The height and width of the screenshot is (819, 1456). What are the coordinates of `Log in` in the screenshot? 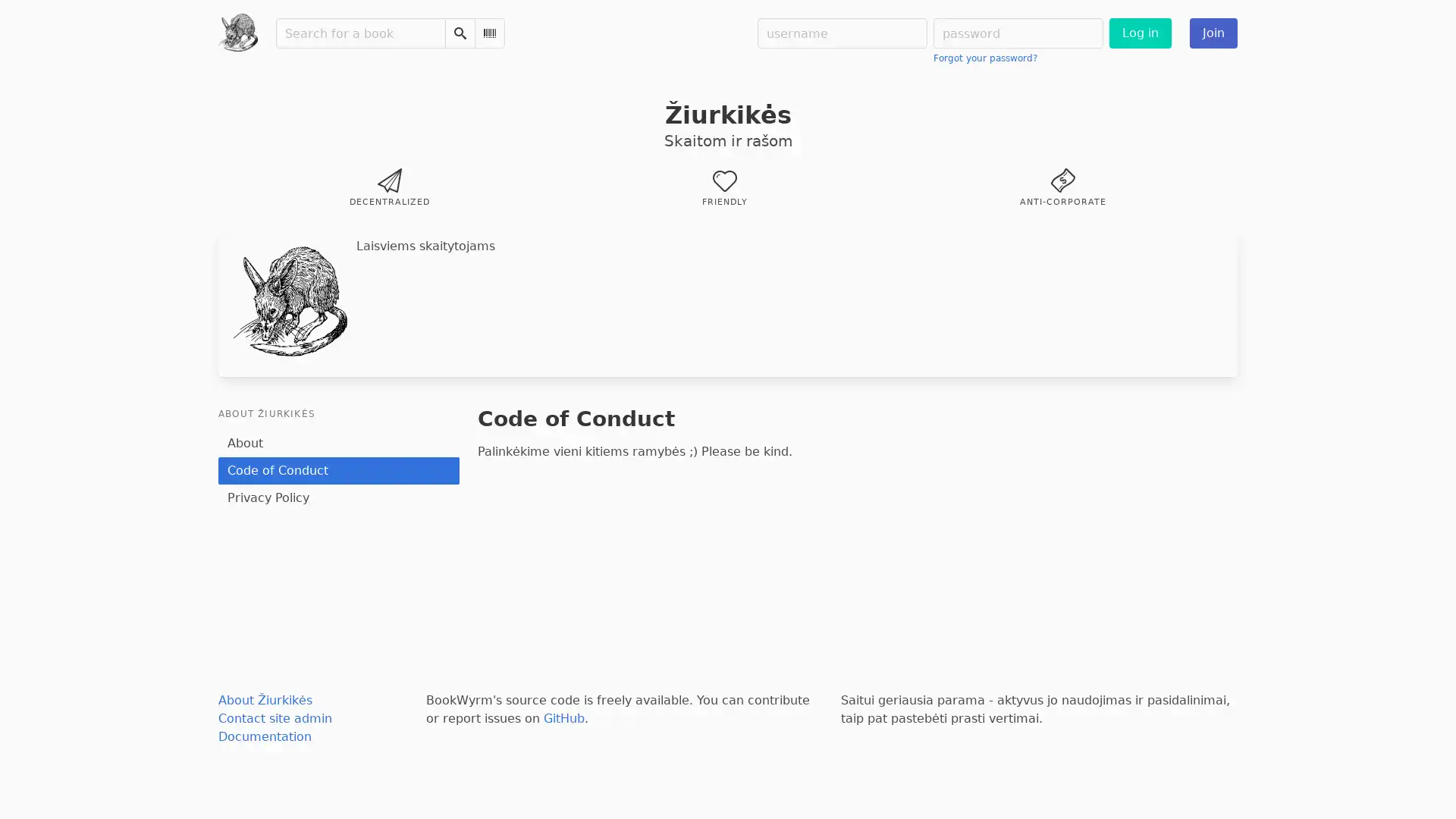 It's located at (1139, 33).